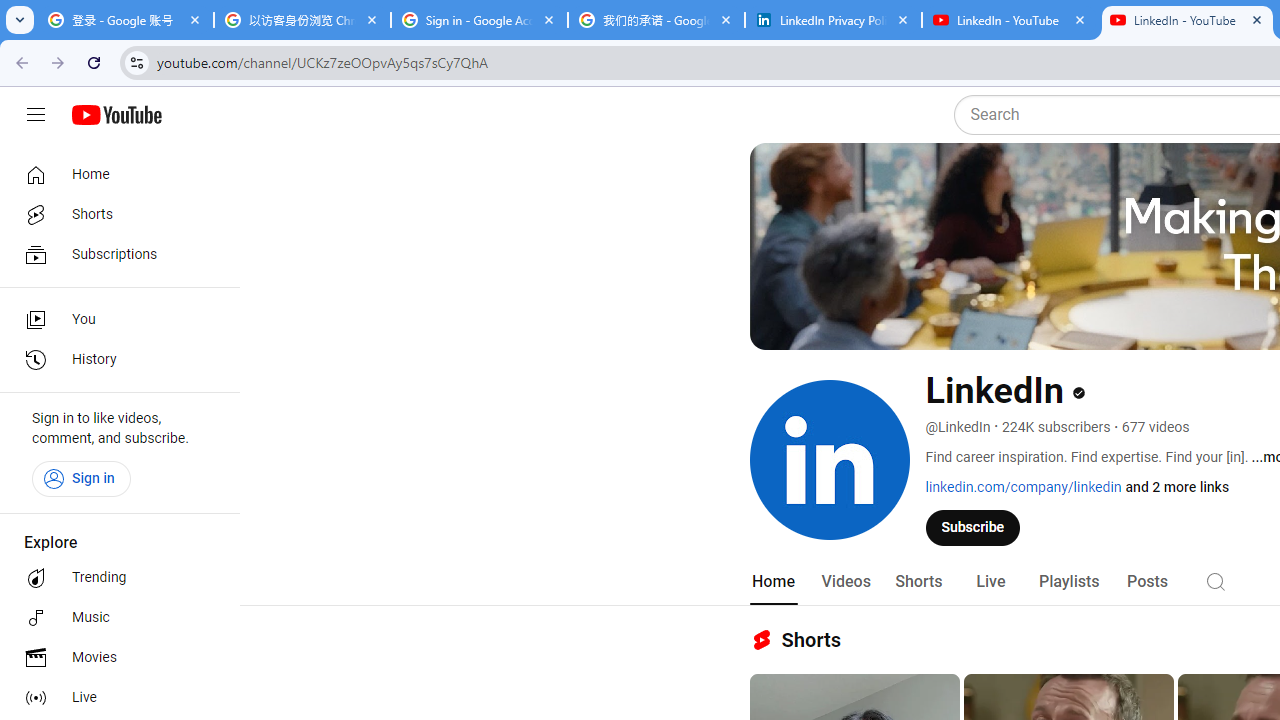  What do you see at coordinates (1024, 487) in the screenshot?
I see `'linkedin.com/company/linkedin'` at bounding box center [1024, 487].